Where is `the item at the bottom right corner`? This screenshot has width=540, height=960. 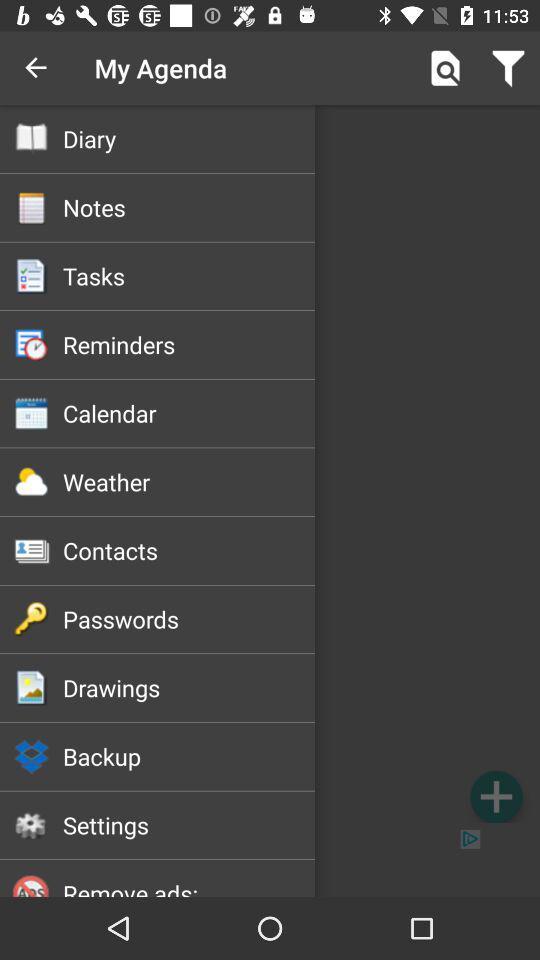 the item at the bottom right corner is located at coordinates (495, 796).